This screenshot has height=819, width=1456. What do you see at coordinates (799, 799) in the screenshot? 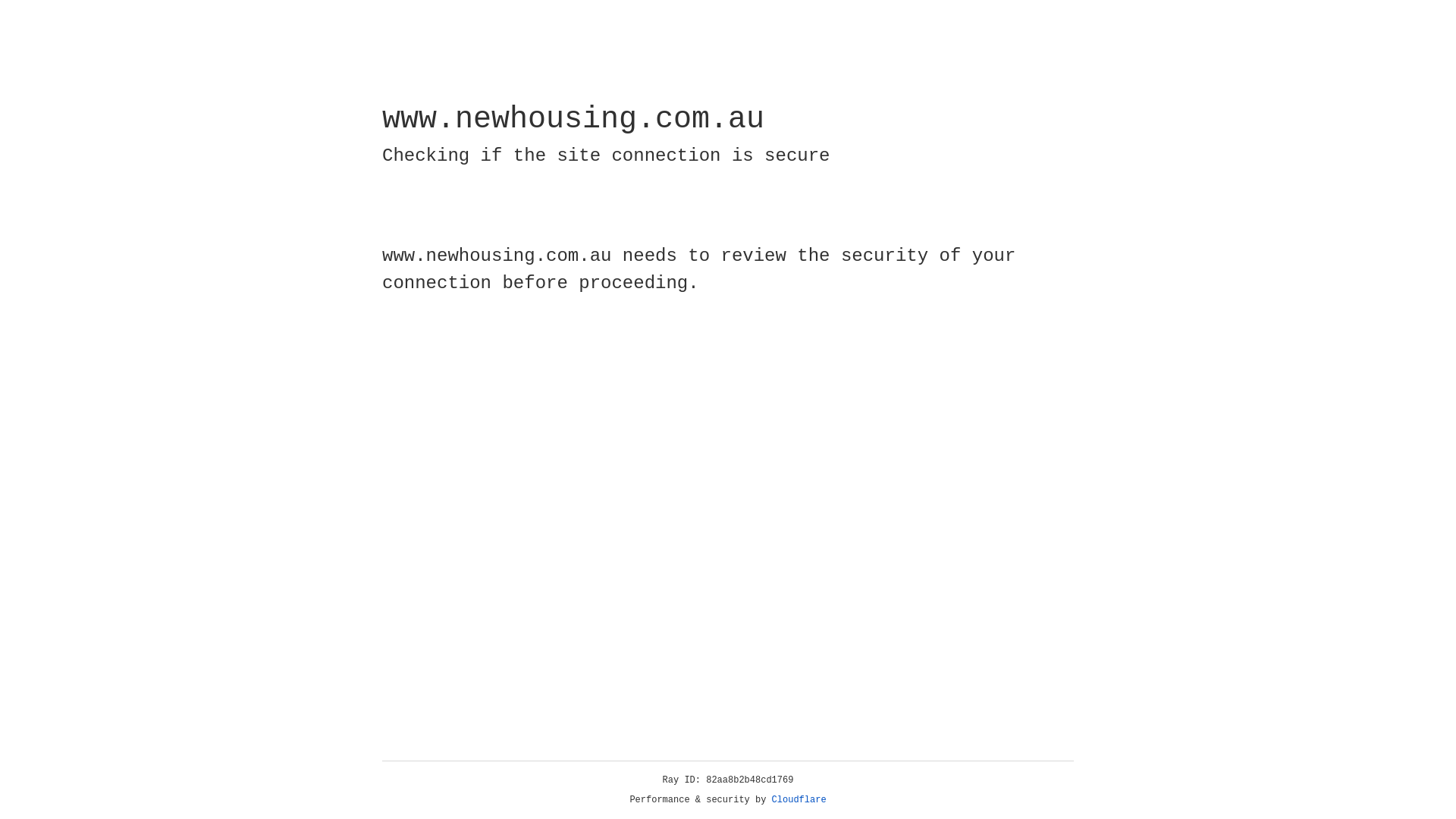
I see `'Cloudflare'` at bounding box center [799, 799].